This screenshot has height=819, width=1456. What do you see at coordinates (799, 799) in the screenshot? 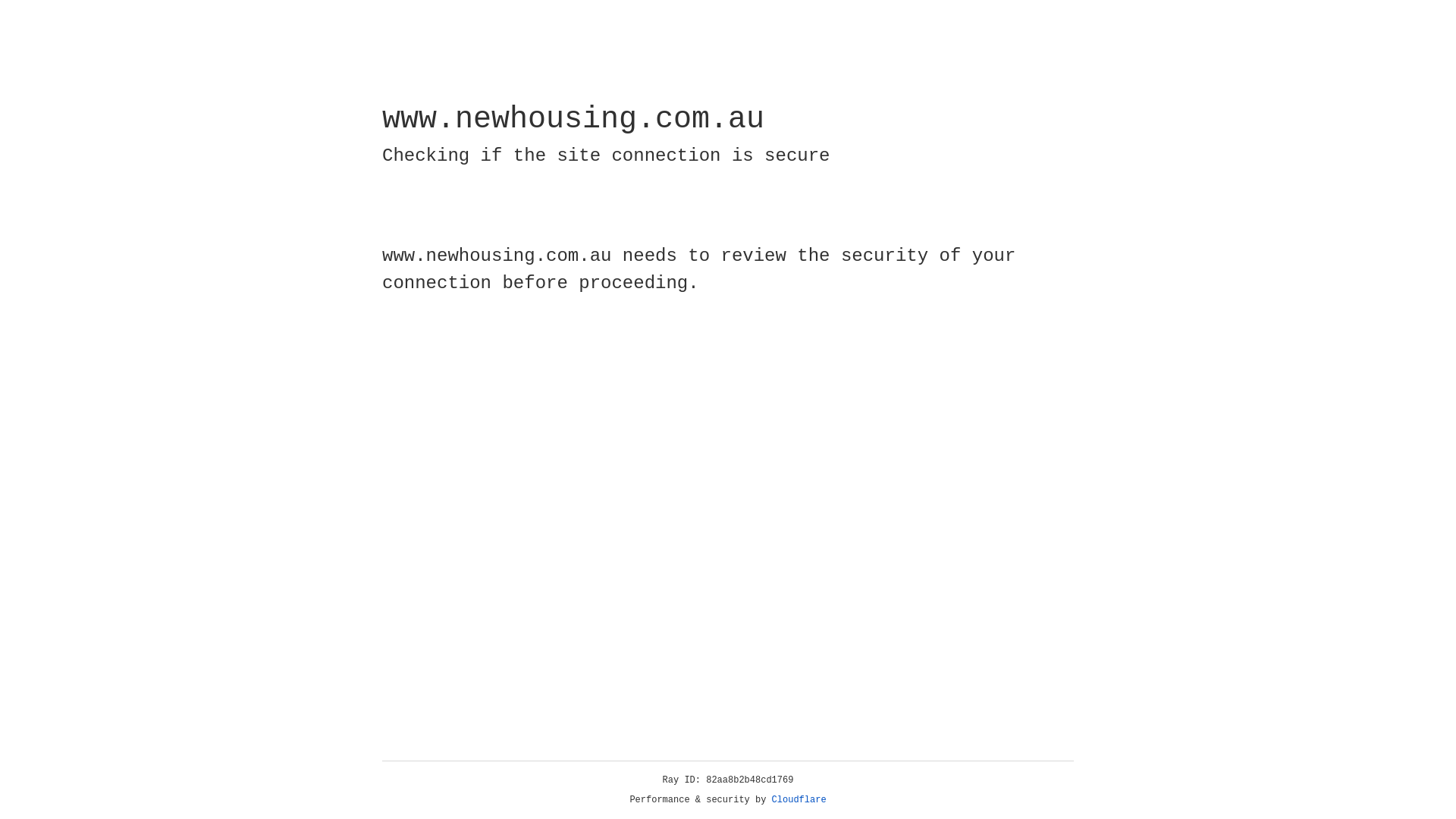
I see `'Cloudflare'` at bounding box center [799, 799].